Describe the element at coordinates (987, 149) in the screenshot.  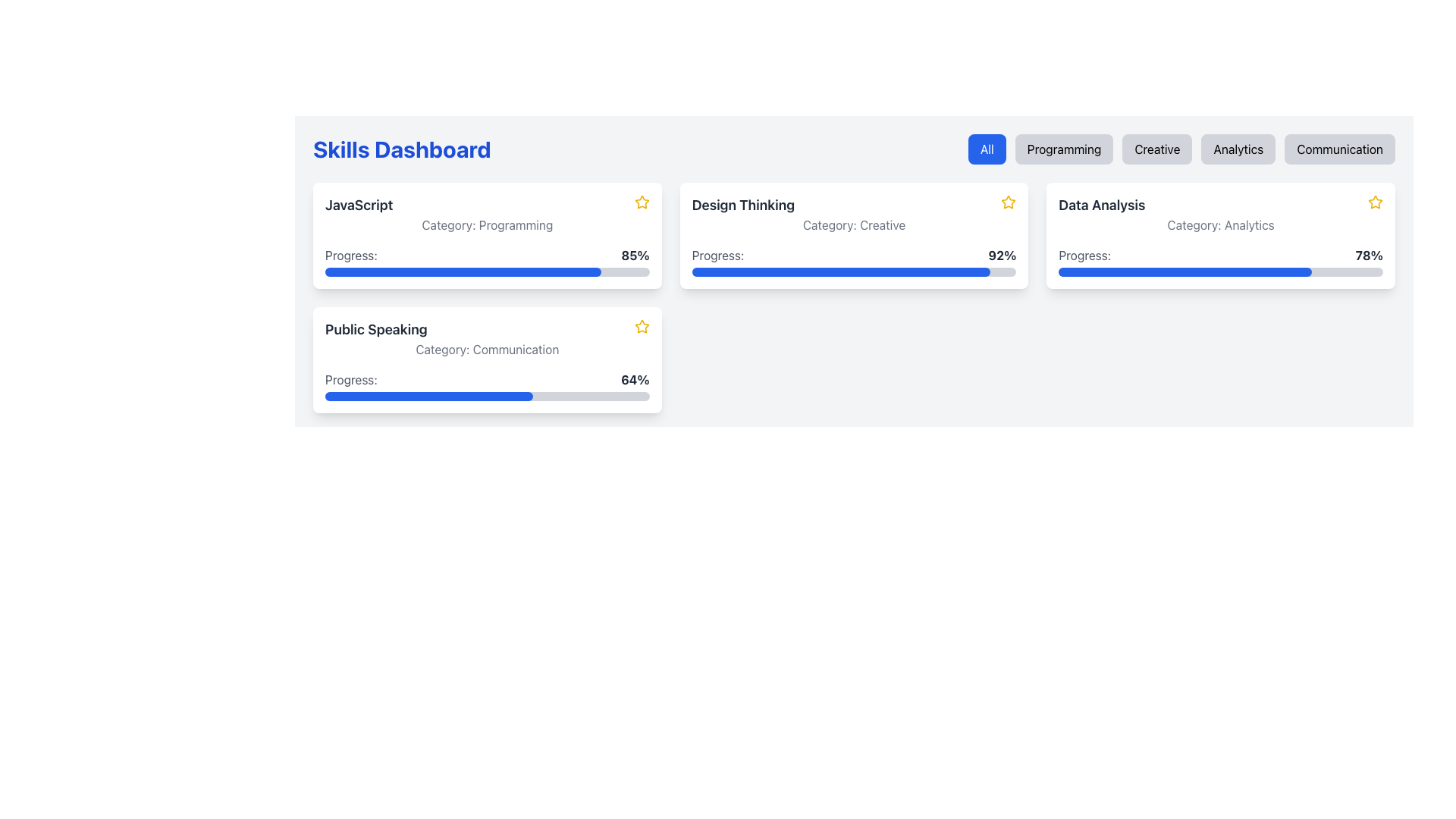
I see `the button with rounded corners and a blue background labeled 'All', which is the leftmost button in a horizontal group of five buttons located in the upper-right section of the interface` at that location.